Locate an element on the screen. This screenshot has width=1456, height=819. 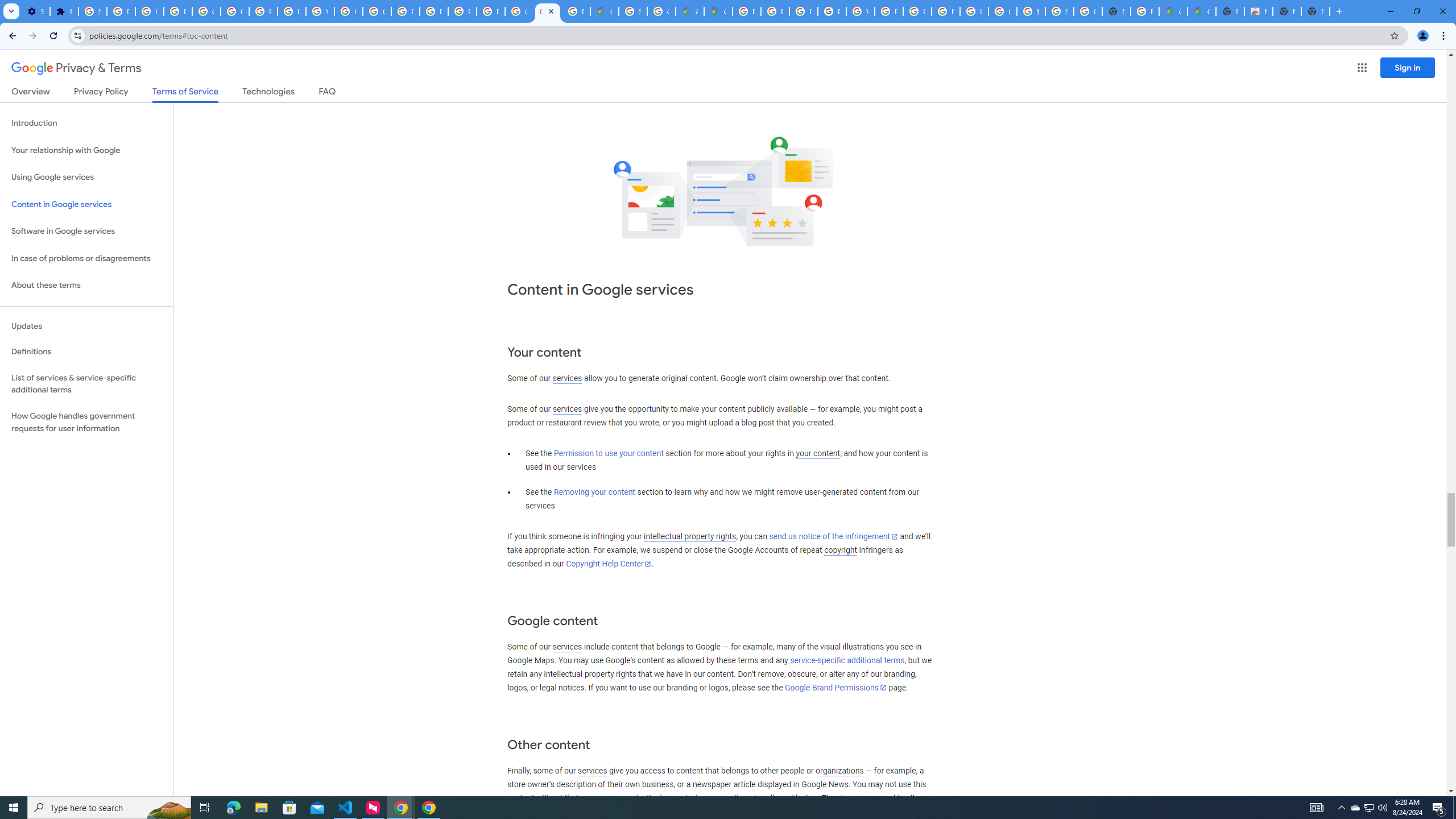
'Privacy & Terms' is located at coordinates (76, 68).